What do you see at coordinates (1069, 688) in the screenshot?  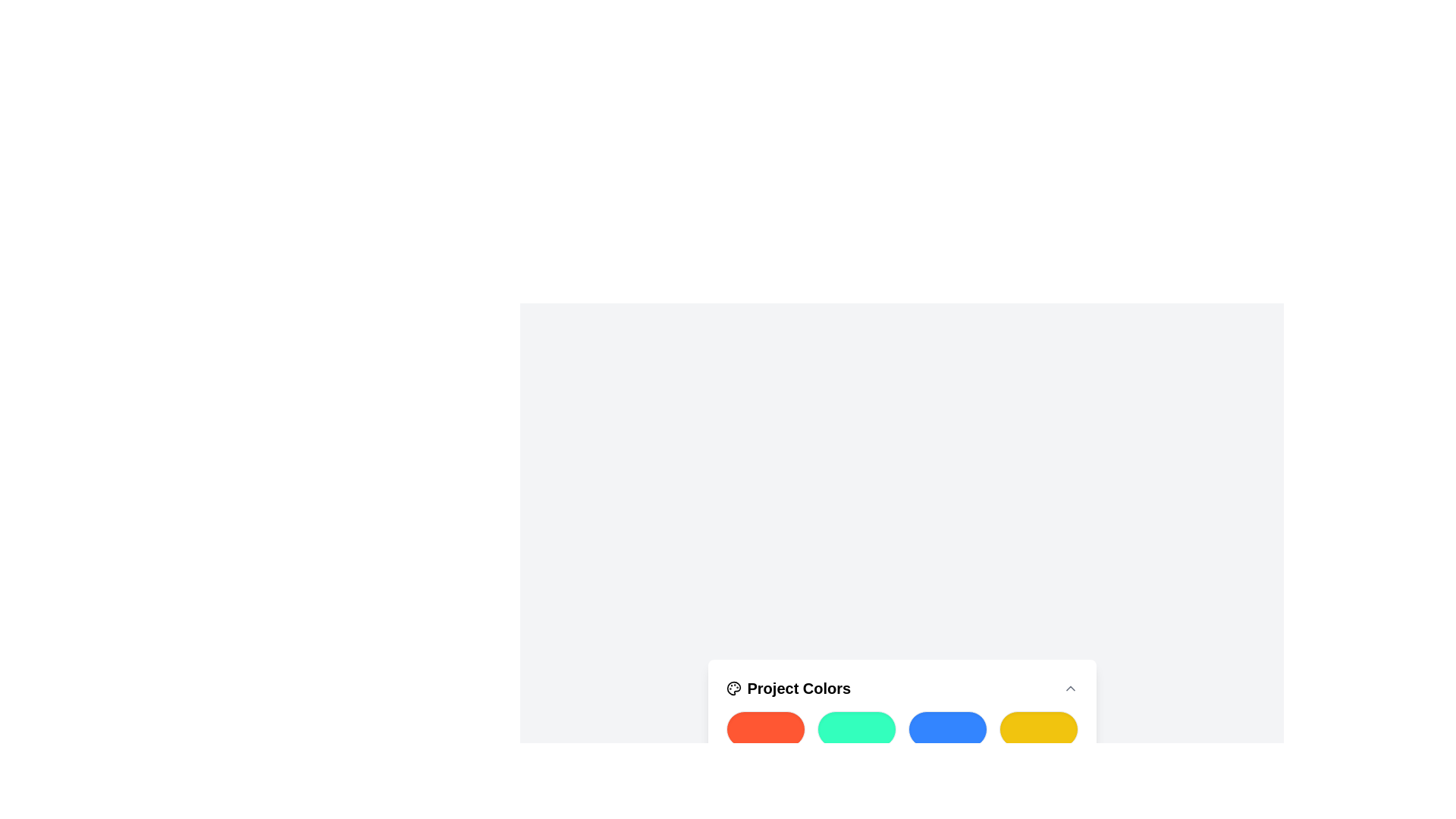 I see `the small upward arrow icon located in the bottom-right corner of the interface, adjacent to the 'Project Colors' title` at bounding box center [1069, 688].